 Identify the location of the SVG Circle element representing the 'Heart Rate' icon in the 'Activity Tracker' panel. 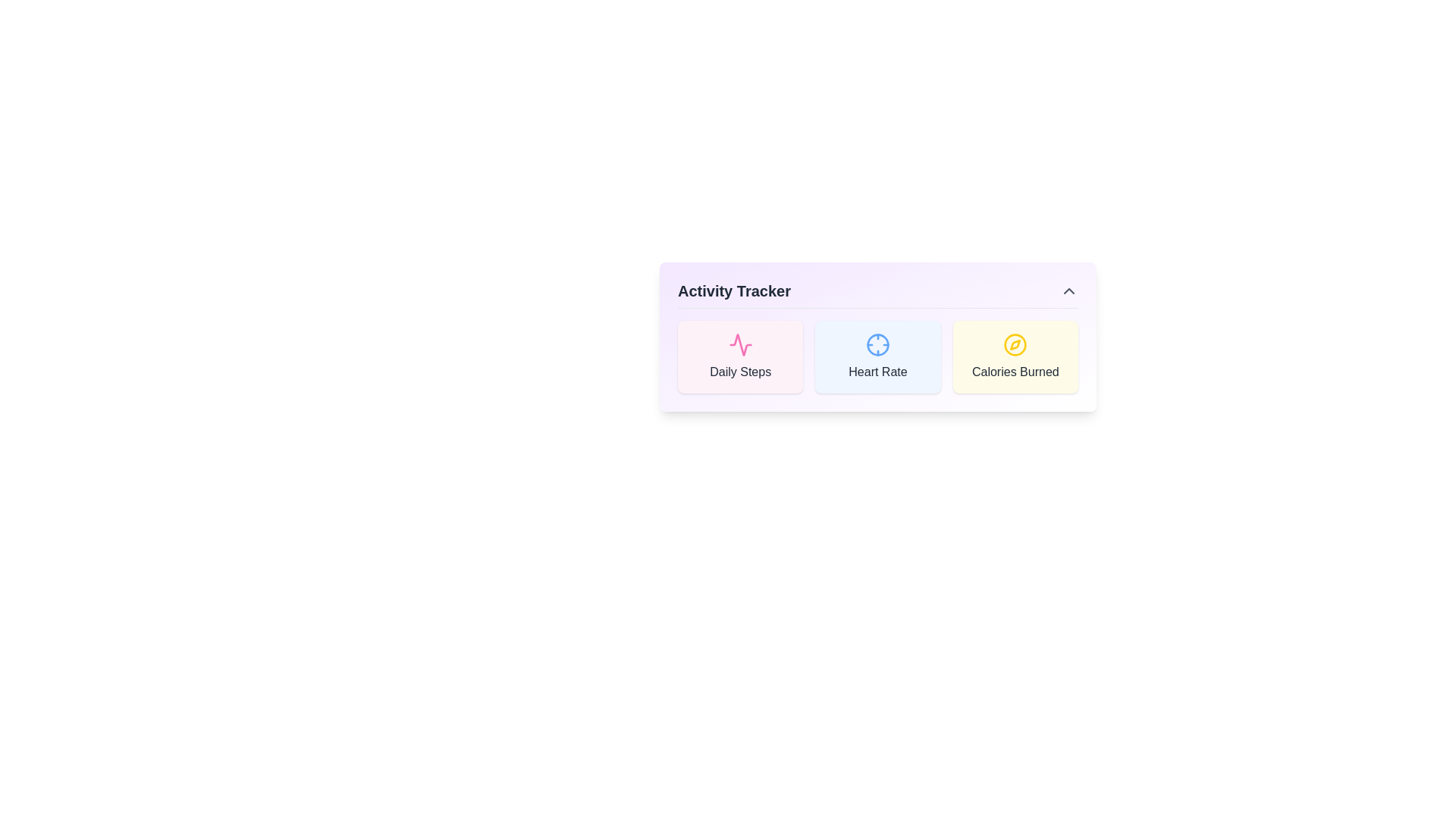
(877, 345).